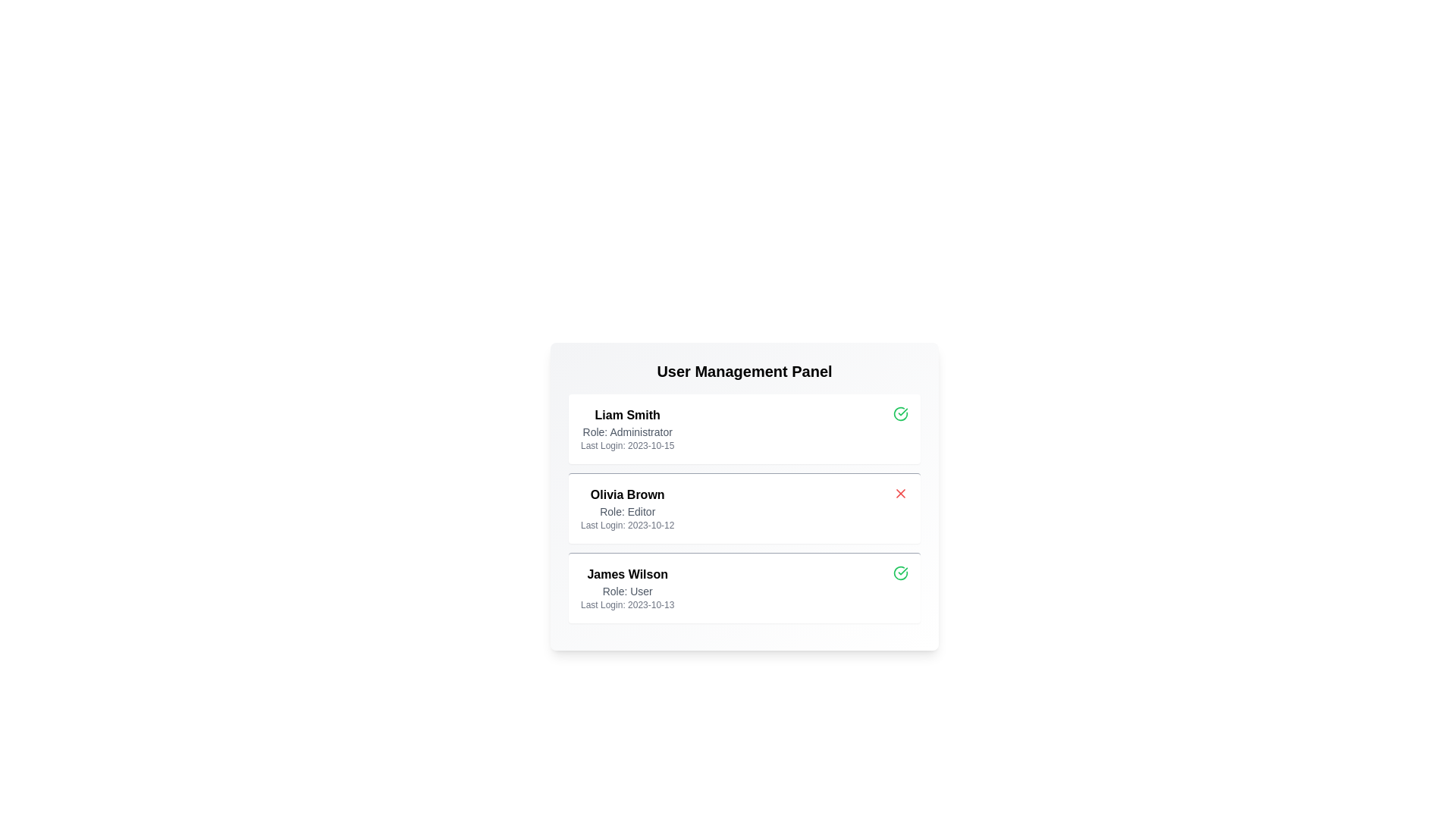 This screenshot has height=819, width=1456. Describe the element at coordinates (901, 573) in the screenshot. I see `the status icon for James Wilson` at that location.